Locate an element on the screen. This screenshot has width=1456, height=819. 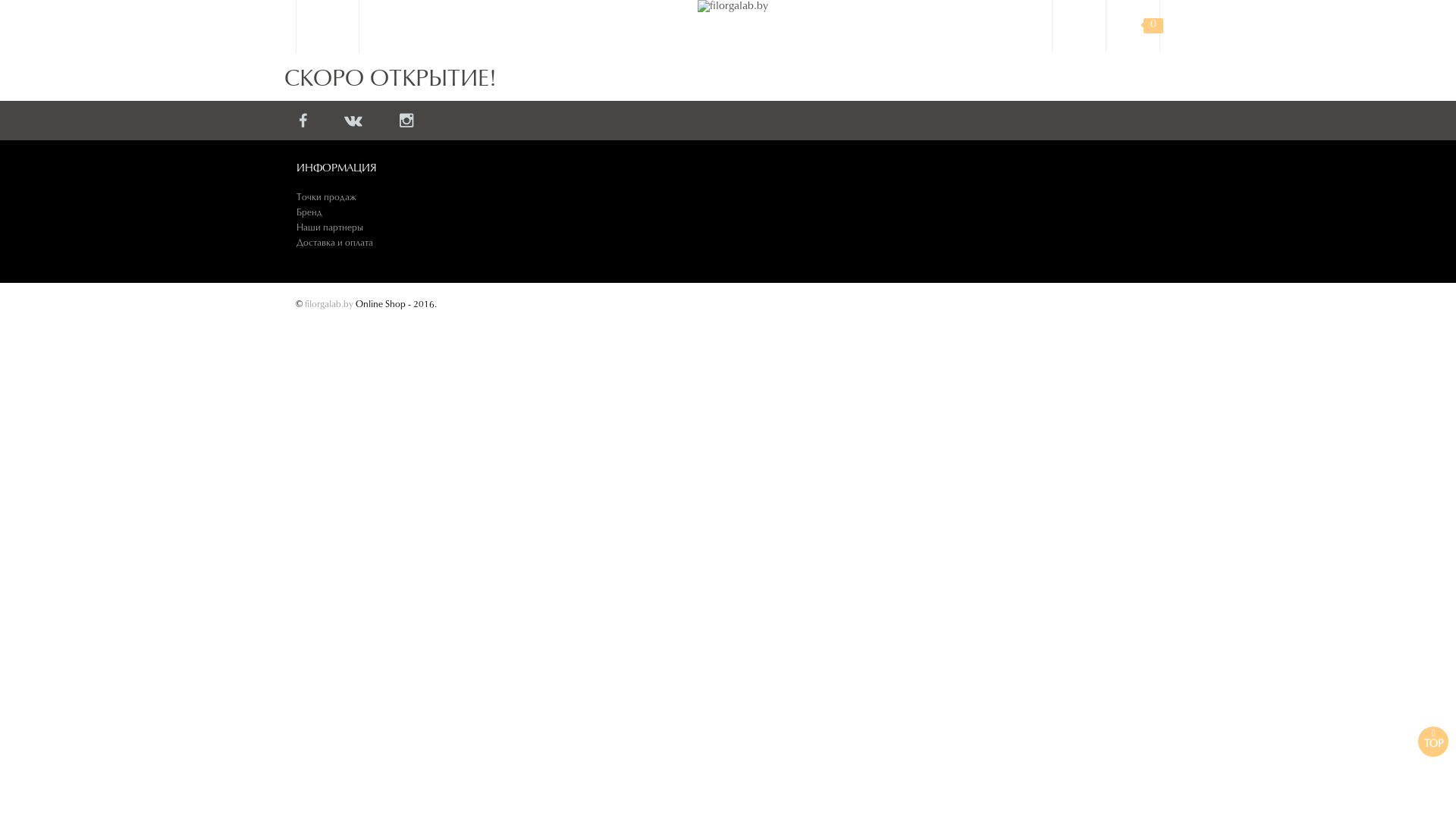
'0' is located at coordinates (1106, 26).